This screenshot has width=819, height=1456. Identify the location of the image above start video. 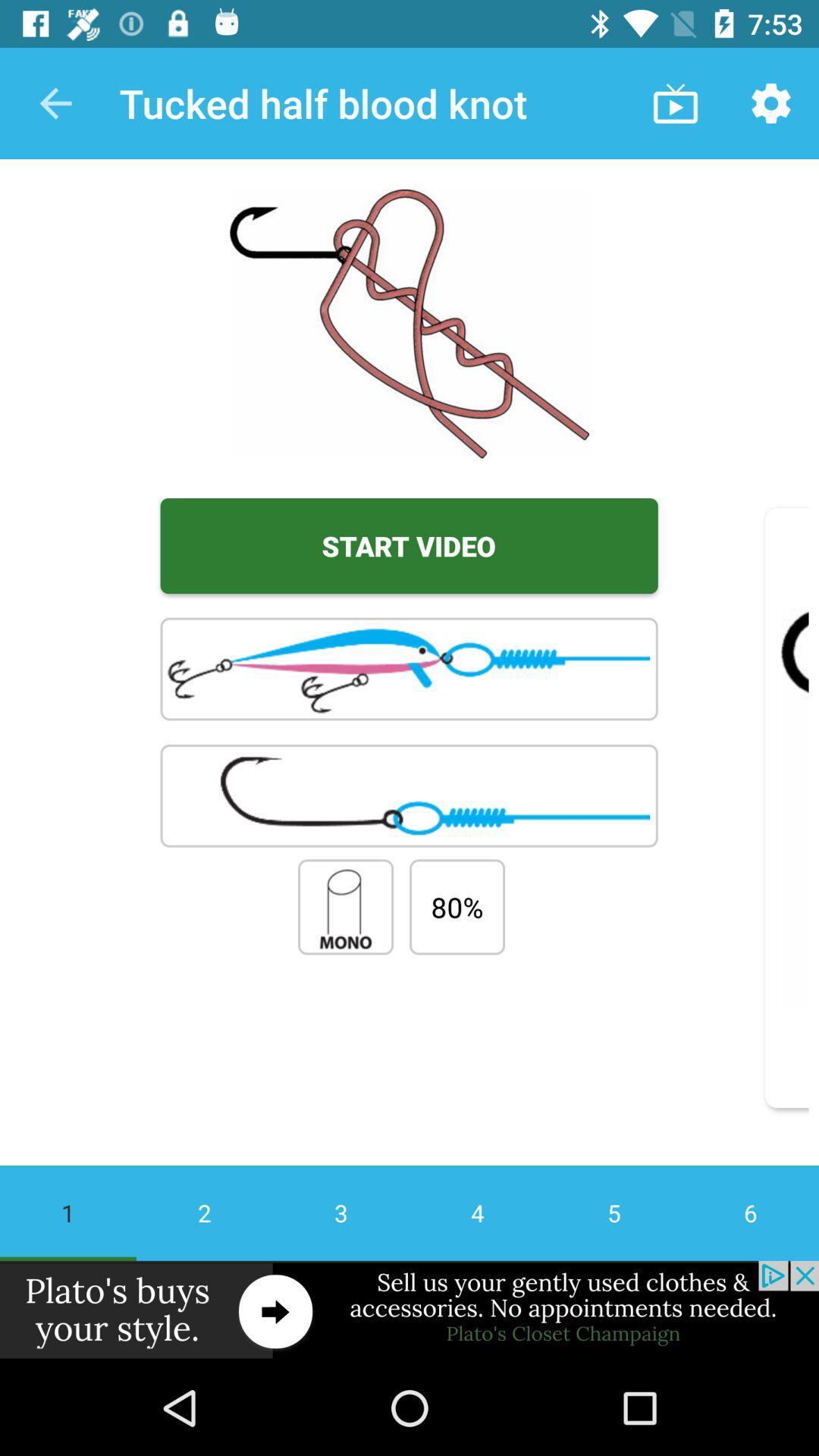
(409, 323).